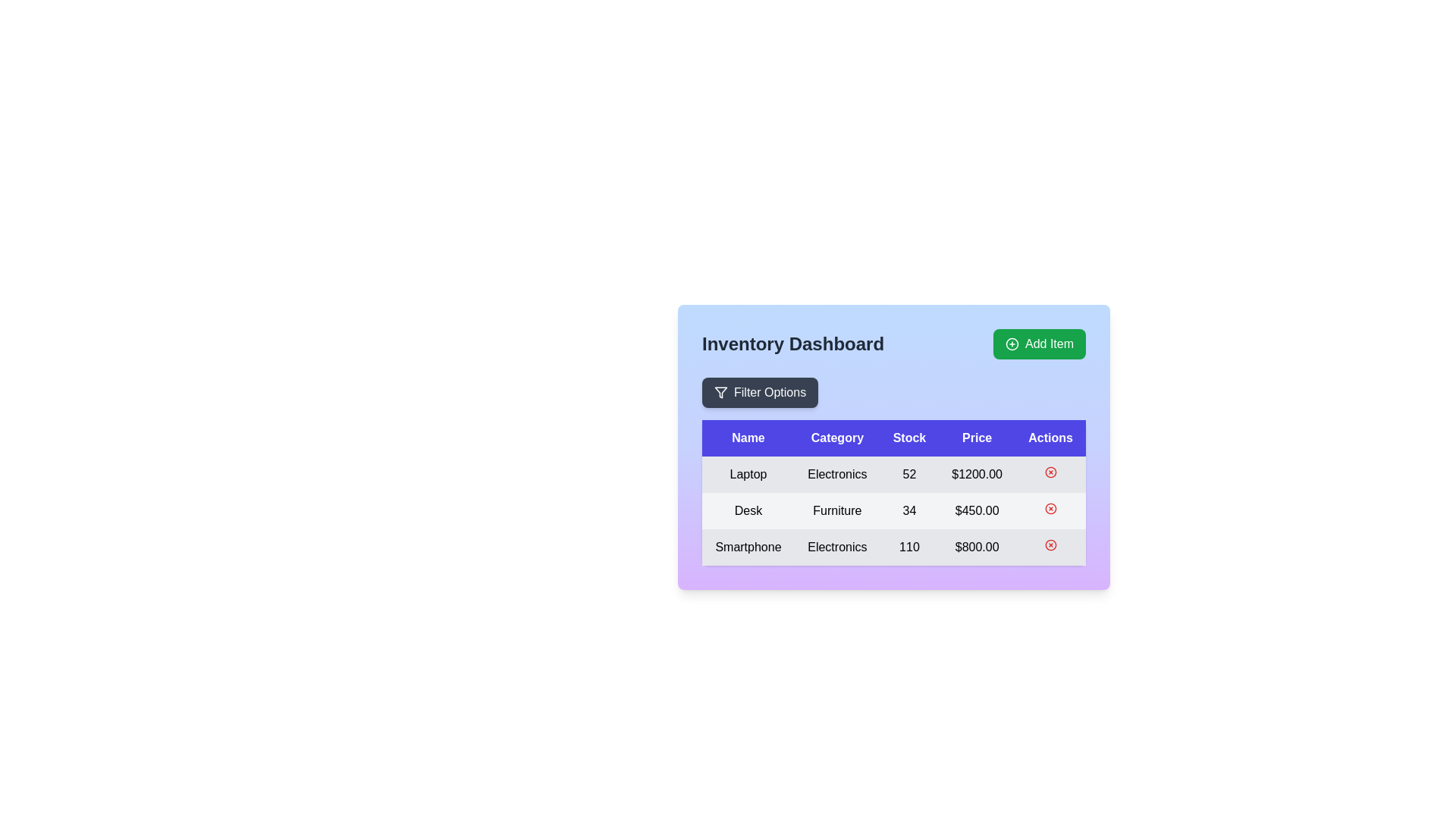 Image resolution: width=1456 pixels, height=819 pixels. I want to click on the inventory table row displaying 'Desk' in order, so click(894, 511).